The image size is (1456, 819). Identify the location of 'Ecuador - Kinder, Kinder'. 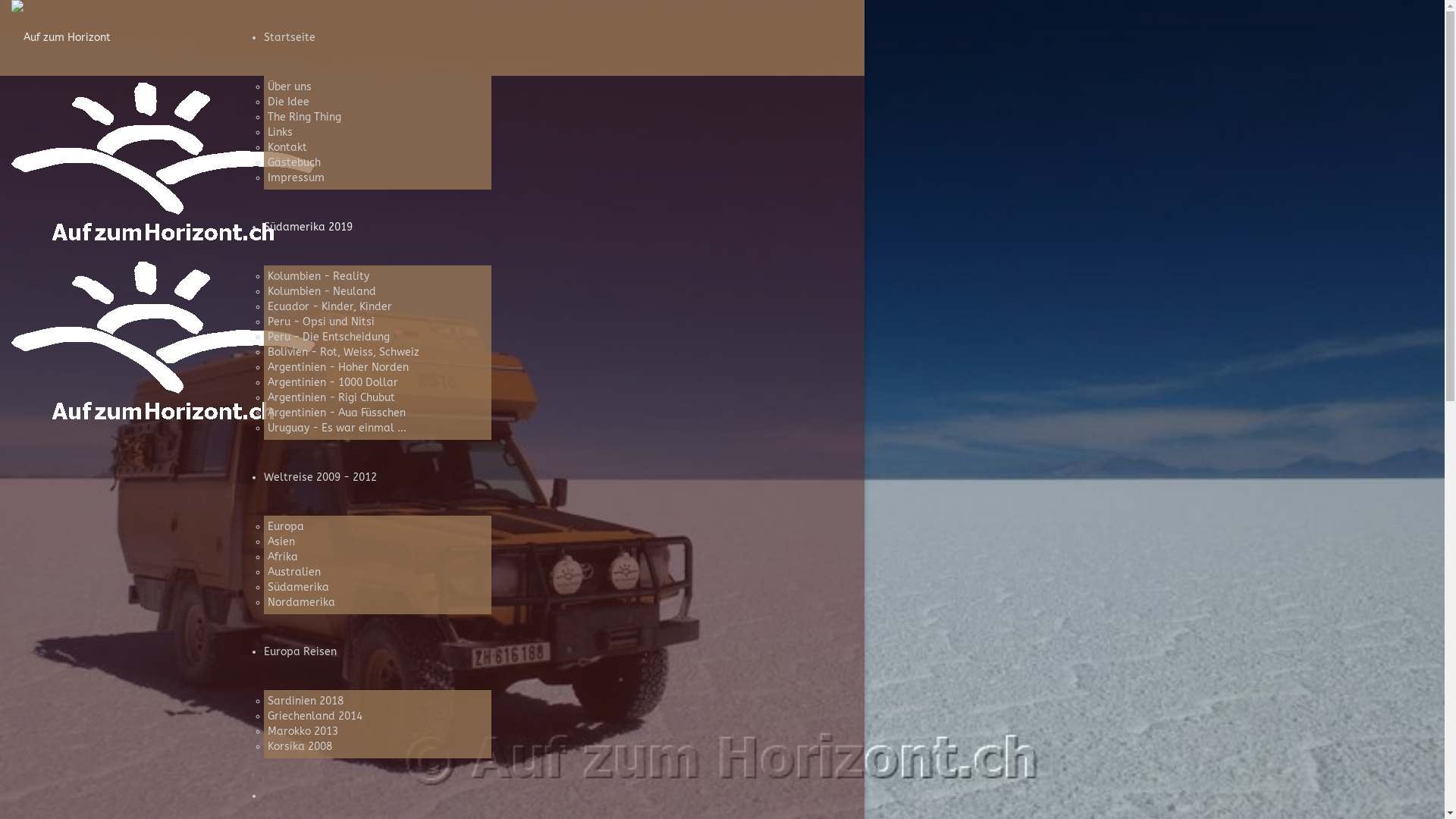
(328, 306).